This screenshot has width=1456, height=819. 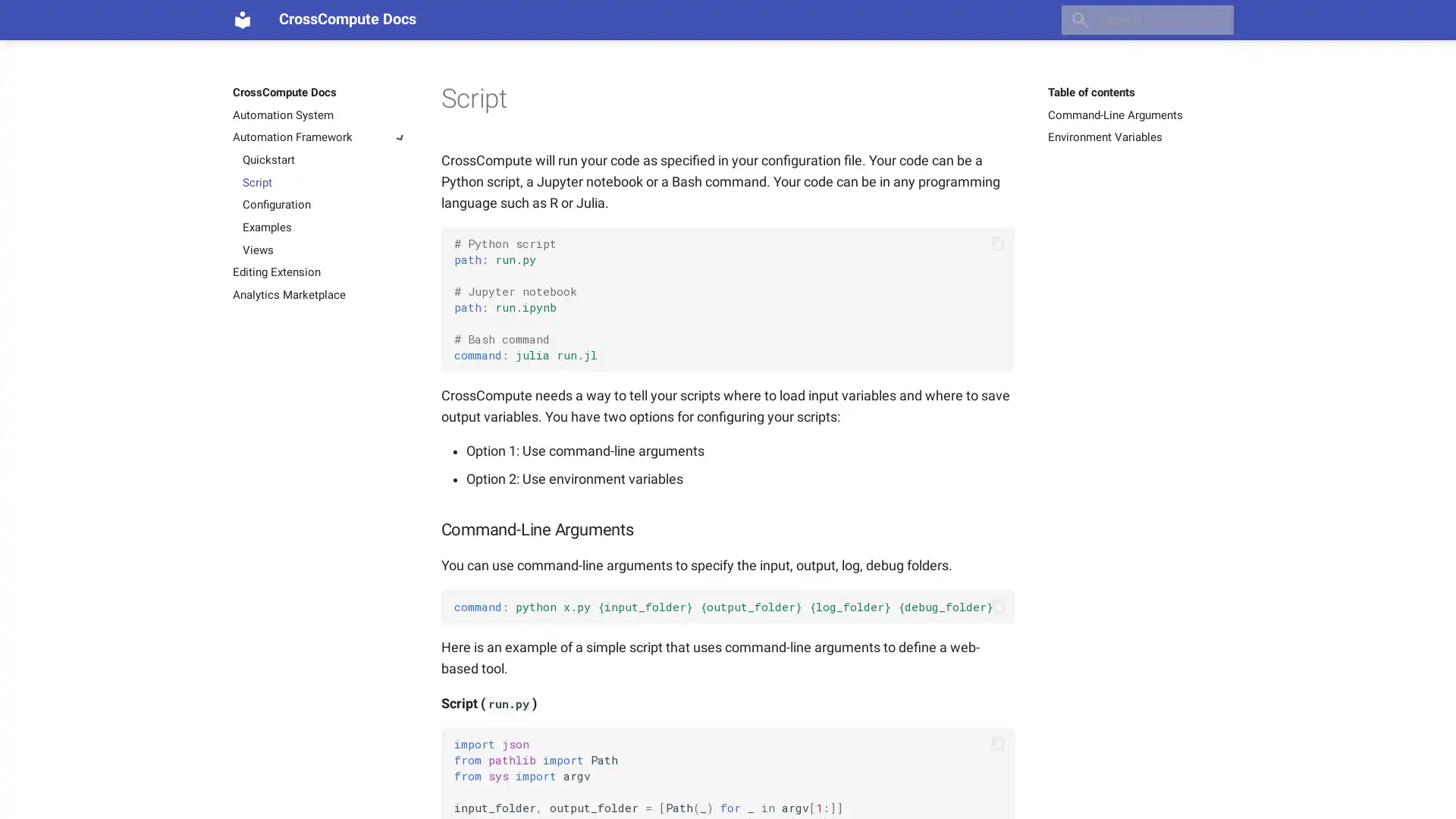 What do you see at coordinates (1215, 20) in the screenshot?
I see `Clear` at bounding box center [1215, 20].